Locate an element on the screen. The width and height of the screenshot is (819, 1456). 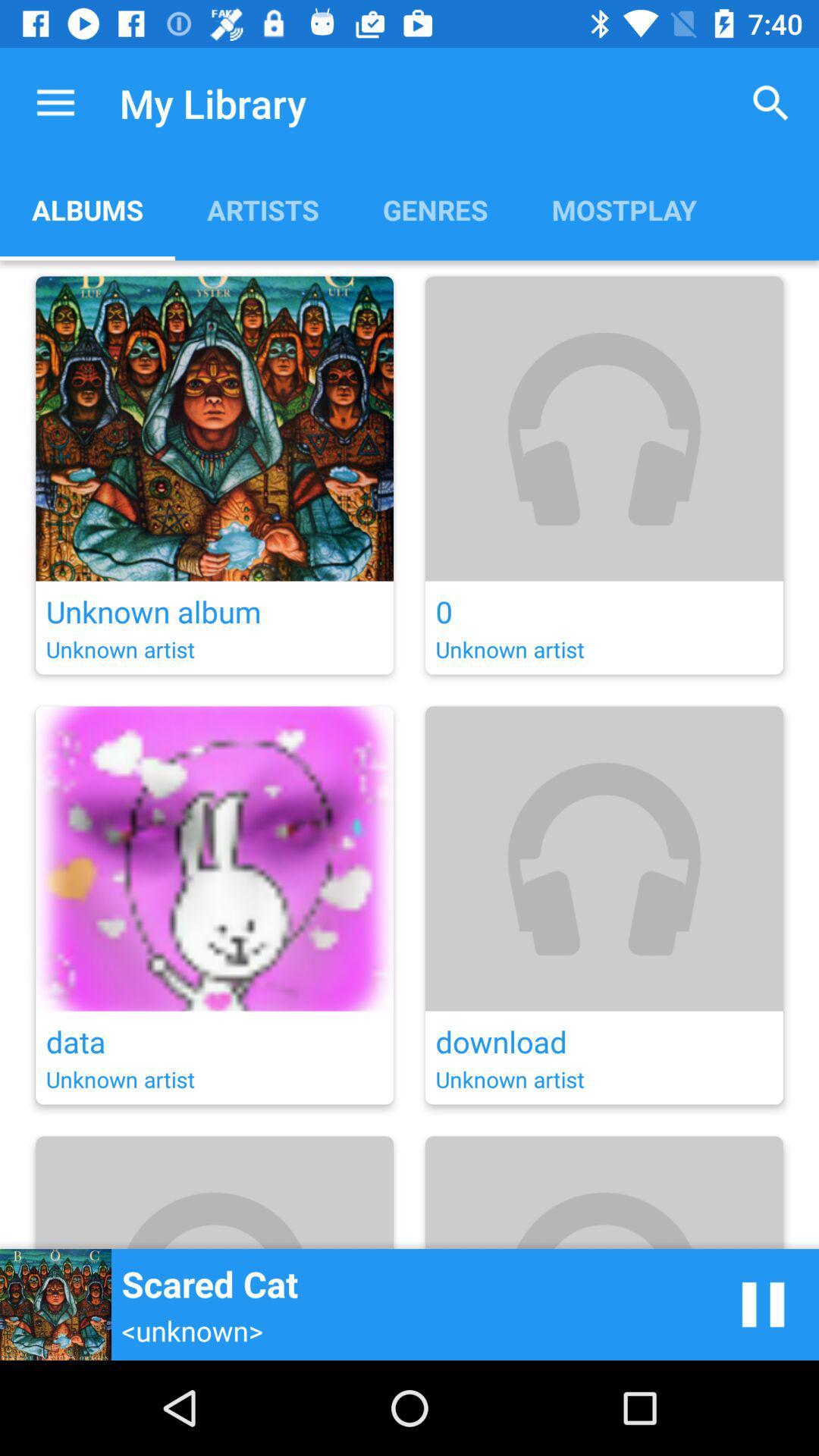
pause button is located at coordinates (763, 1304).